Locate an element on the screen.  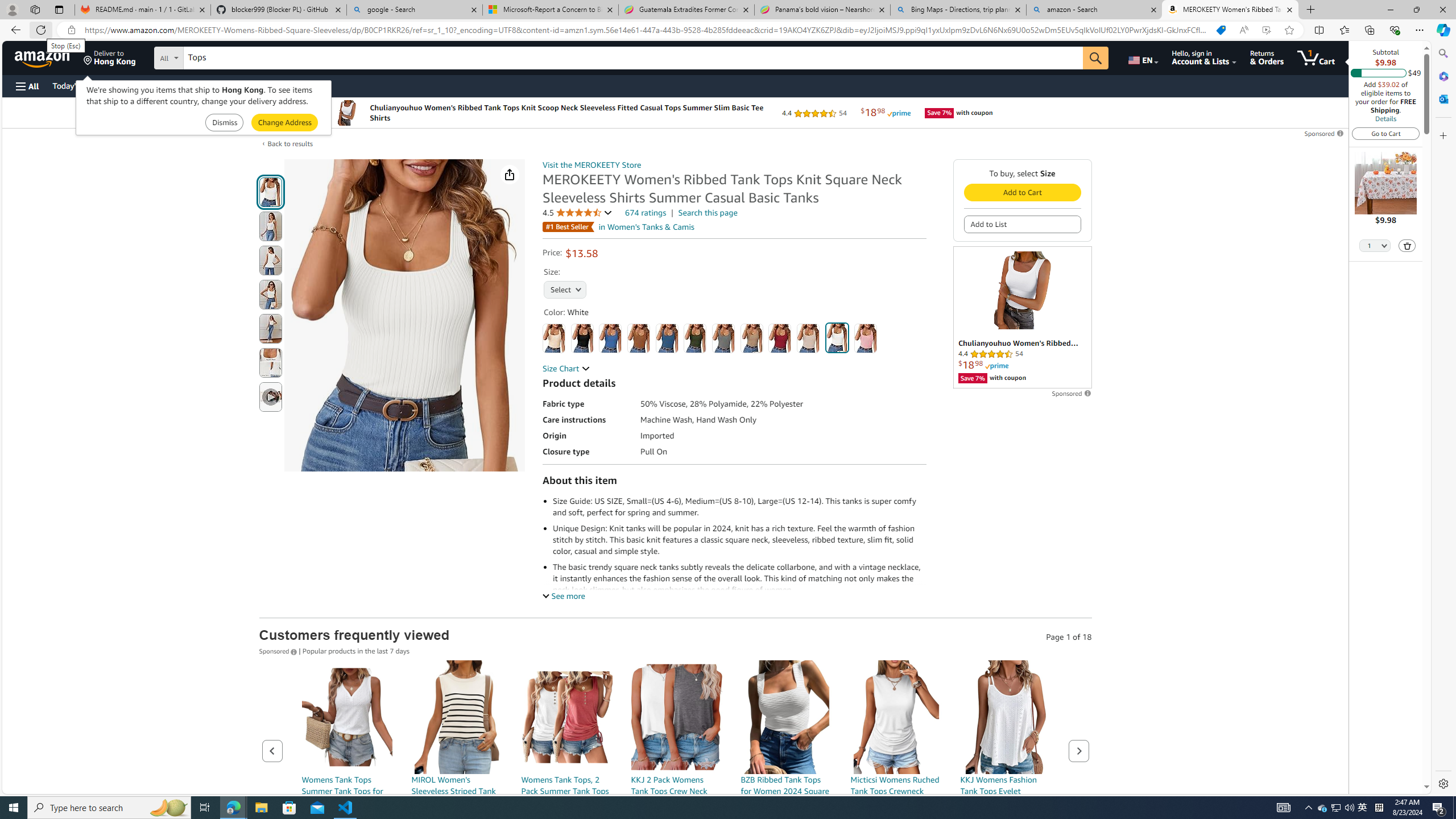
'Khaki' is located at coordinates (751, 338).